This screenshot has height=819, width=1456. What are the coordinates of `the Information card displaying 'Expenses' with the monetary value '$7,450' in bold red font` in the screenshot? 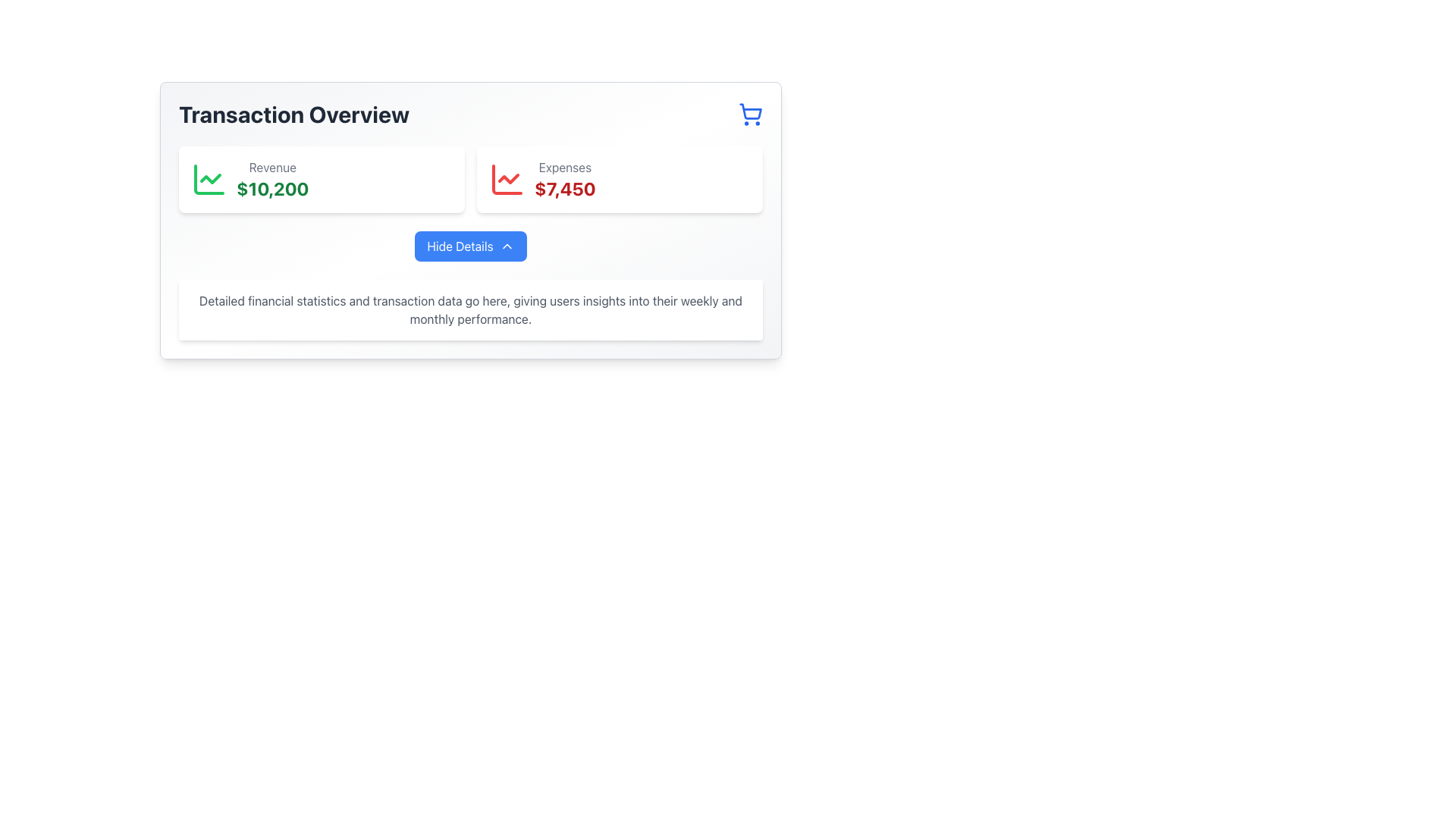 It's located at (620, 178).